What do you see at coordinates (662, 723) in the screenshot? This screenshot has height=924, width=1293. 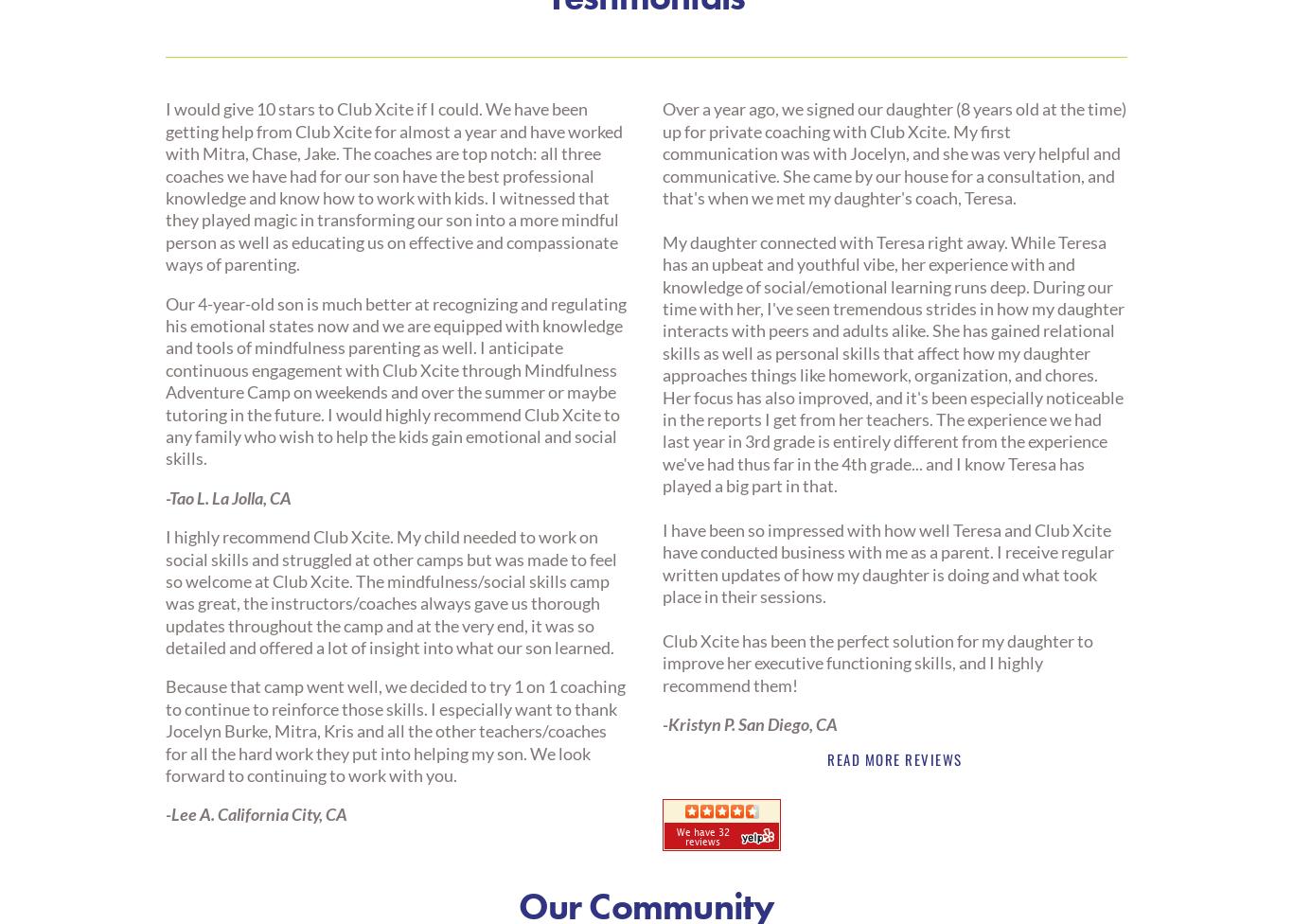 I see `'-Kristyn P. San Diego, CA'` at bounding box center [662, 723].